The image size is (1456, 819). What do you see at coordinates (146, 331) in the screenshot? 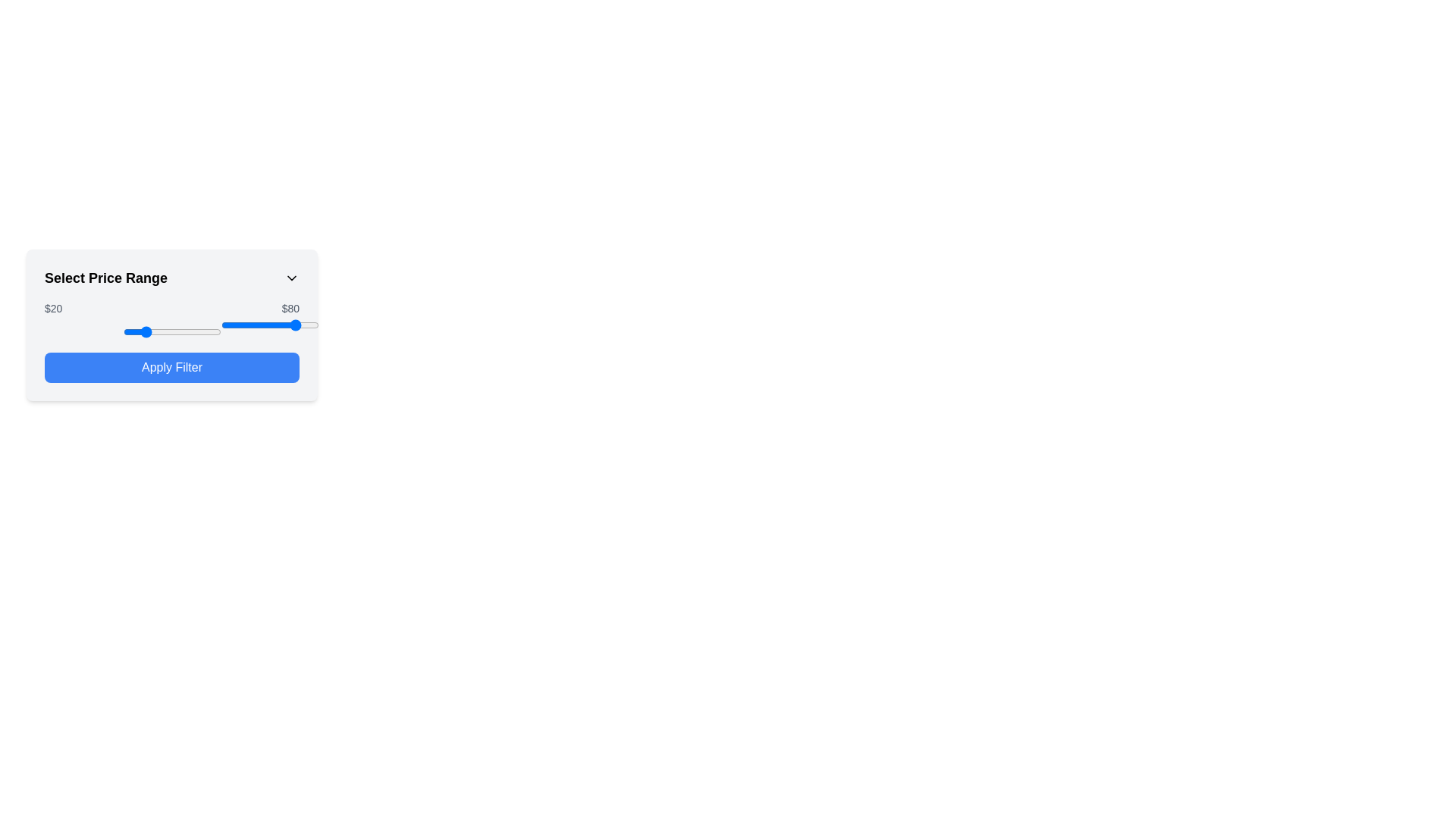
I see `the slider value` at bounding box center [146, 331].